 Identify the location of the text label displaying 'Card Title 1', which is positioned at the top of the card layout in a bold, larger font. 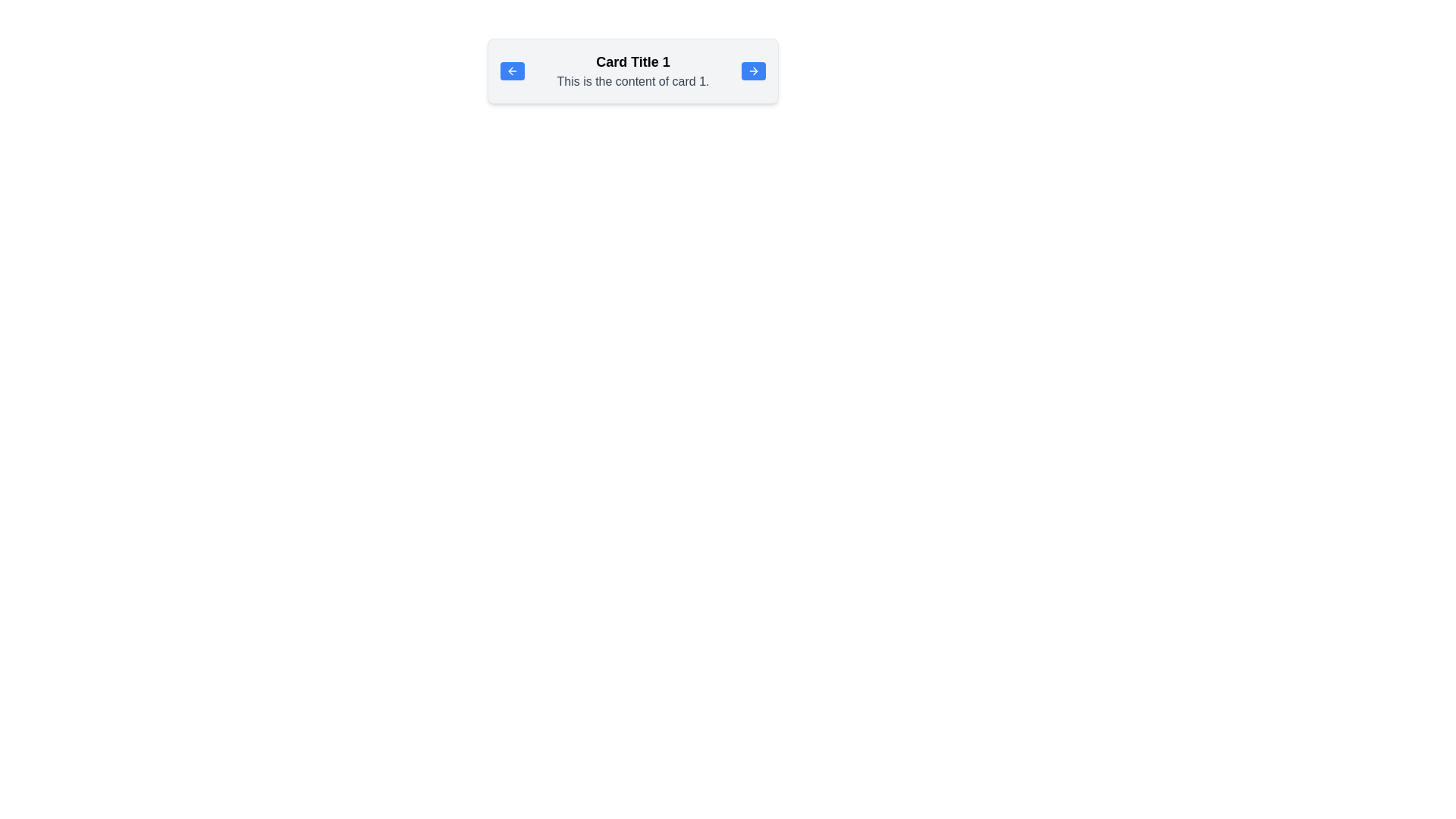
(633, 61).